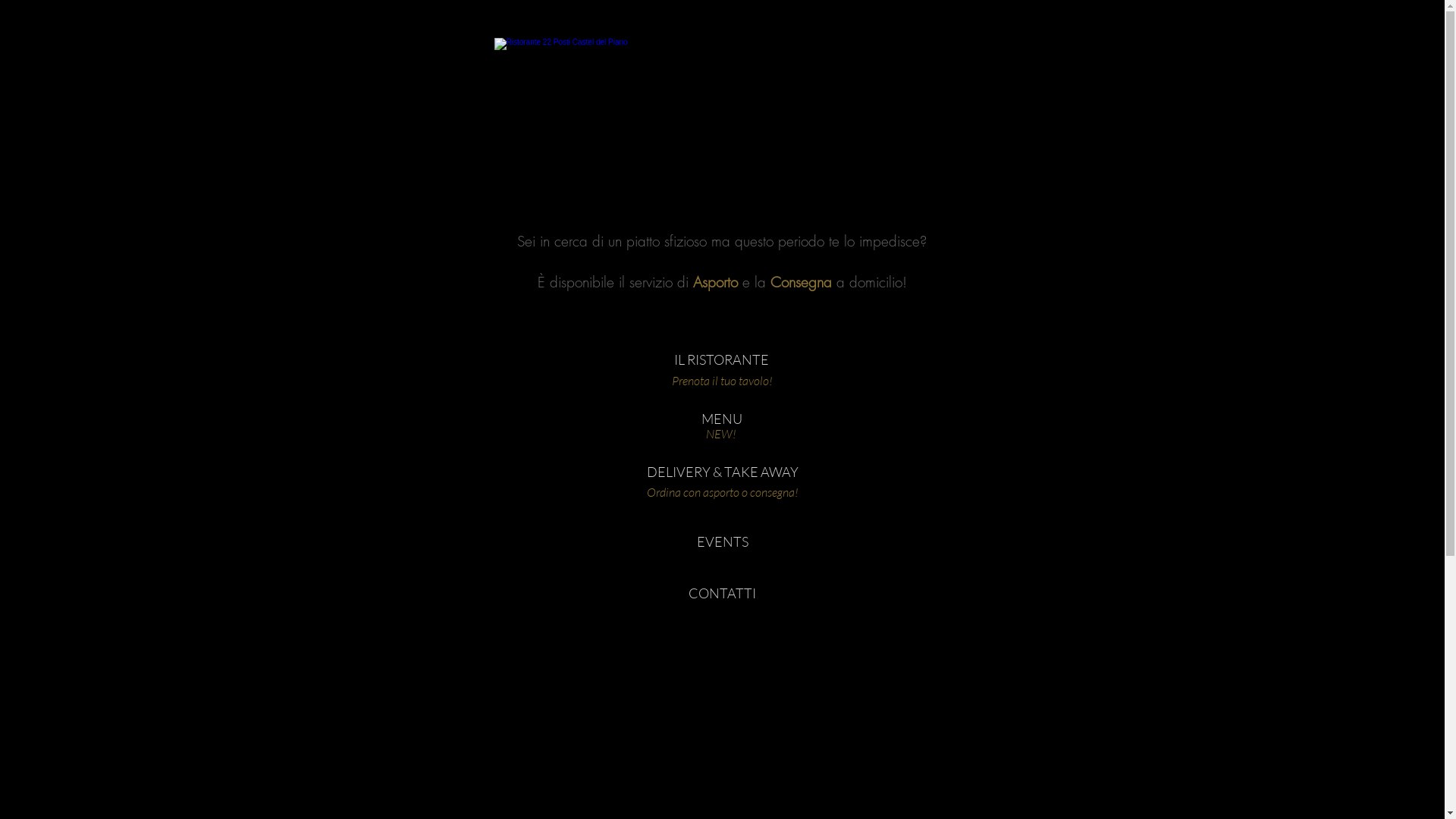 The width and height of the screenshot is (1456, 819). I want to click on 'IL RISTORANTE', so click(720, 359).